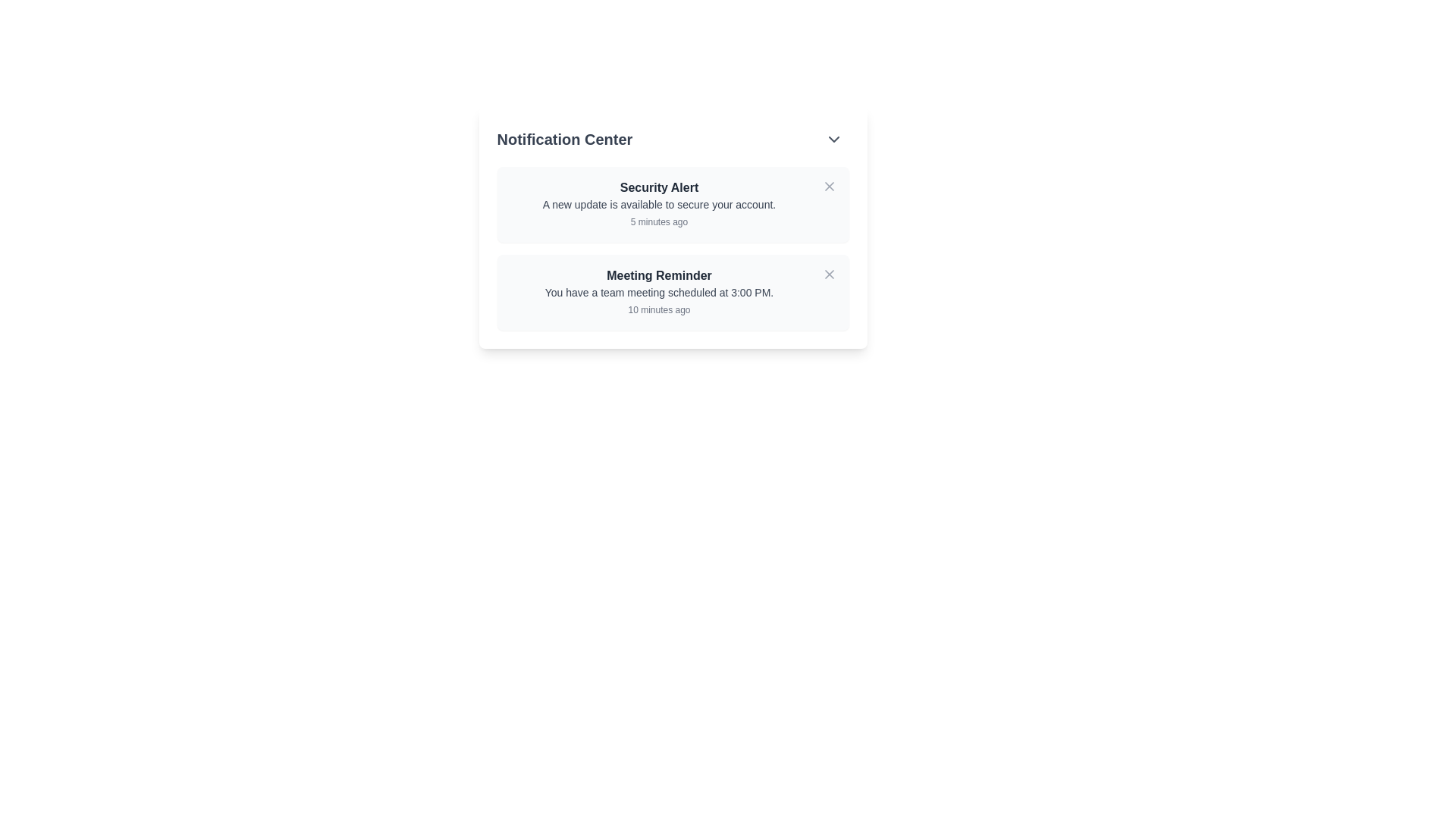  What do you see at coordinates (659, 292) in the screenshot?
I see `the notification widget titled 'Meeting Reminder' which contains the description 'You have a team meeting scheduled at 3:00 PM.' and the timestamp '10 minutes ago'` at bounding box center [659, 292].